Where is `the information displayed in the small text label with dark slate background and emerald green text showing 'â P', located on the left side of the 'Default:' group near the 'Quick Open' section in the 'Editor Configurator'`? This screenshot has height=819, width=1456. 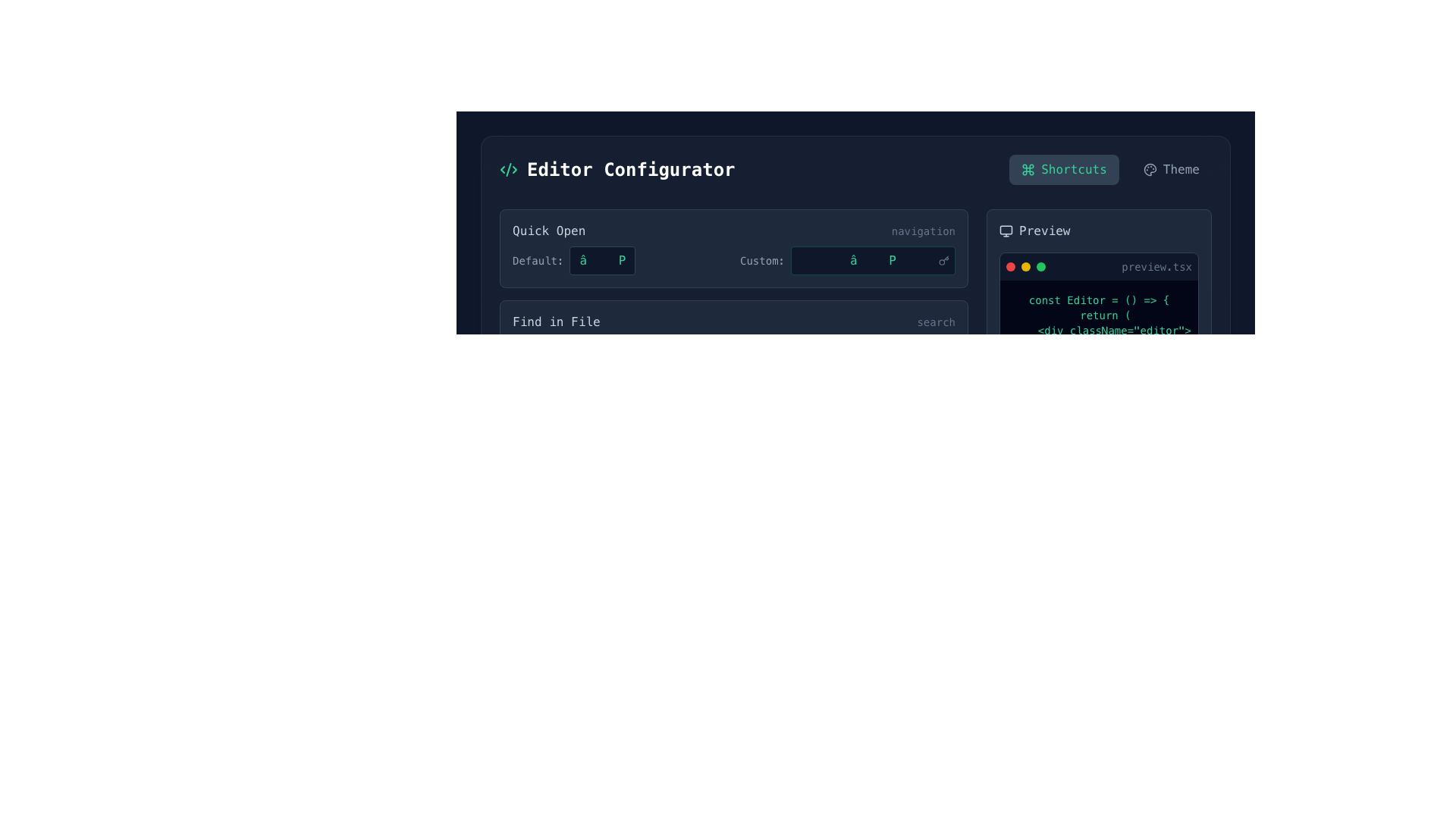 the information displayed in the small text label with dark slate background and emerald green text showing 'â P', located on the left side of the 'Default:' group near the 'Quick Open' section in the 'Editor Configurator' is located at coordinates (601, 259).